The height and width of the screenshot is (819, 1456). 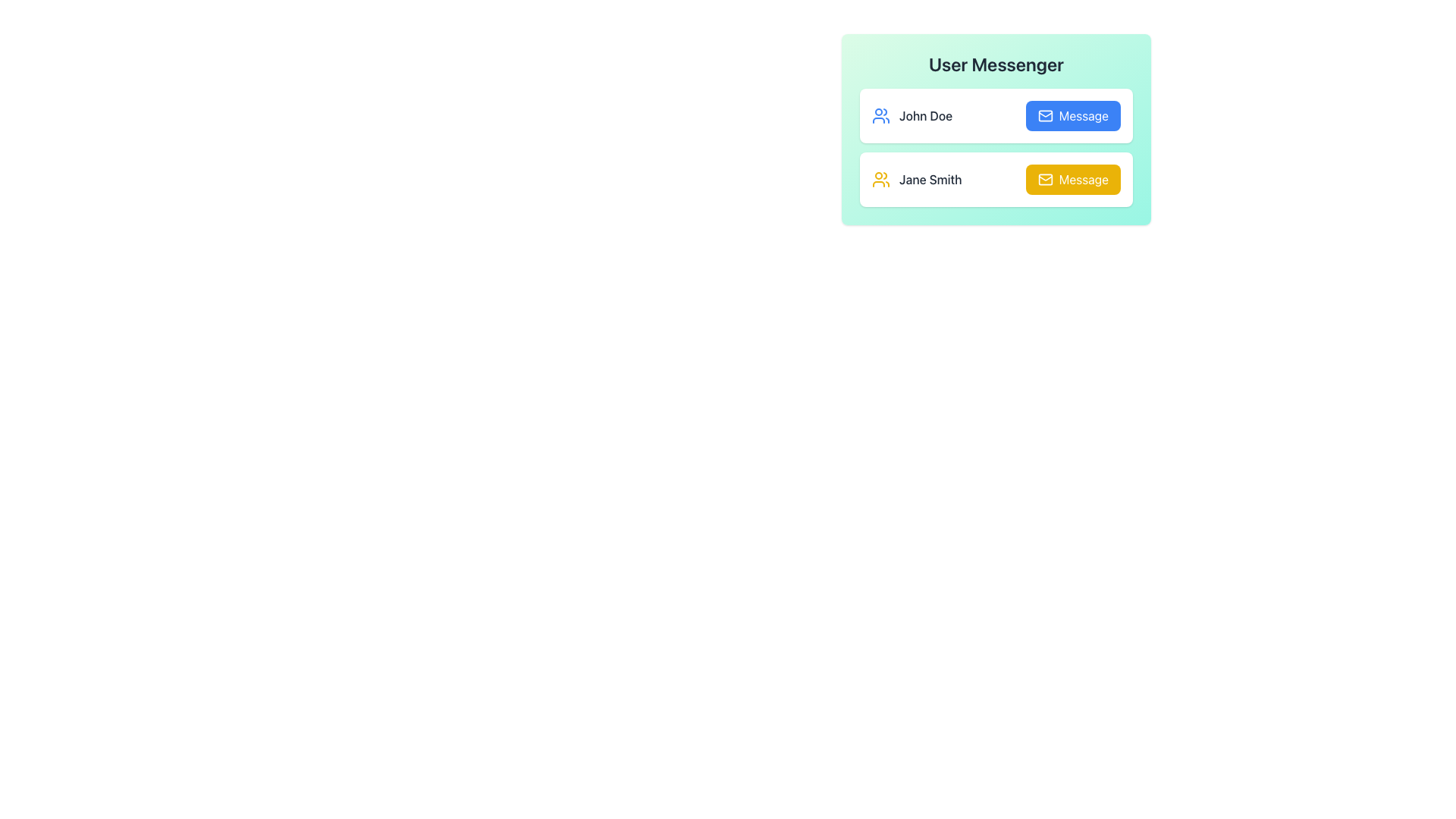 What do you see at coordinates (912, 115) in the screenshot?
I see `displayed text from the Text display label that shows the user's name, 'John Doe', located on the left side of the layout before the blue 'Message' button` at bounding box center [912, 115].